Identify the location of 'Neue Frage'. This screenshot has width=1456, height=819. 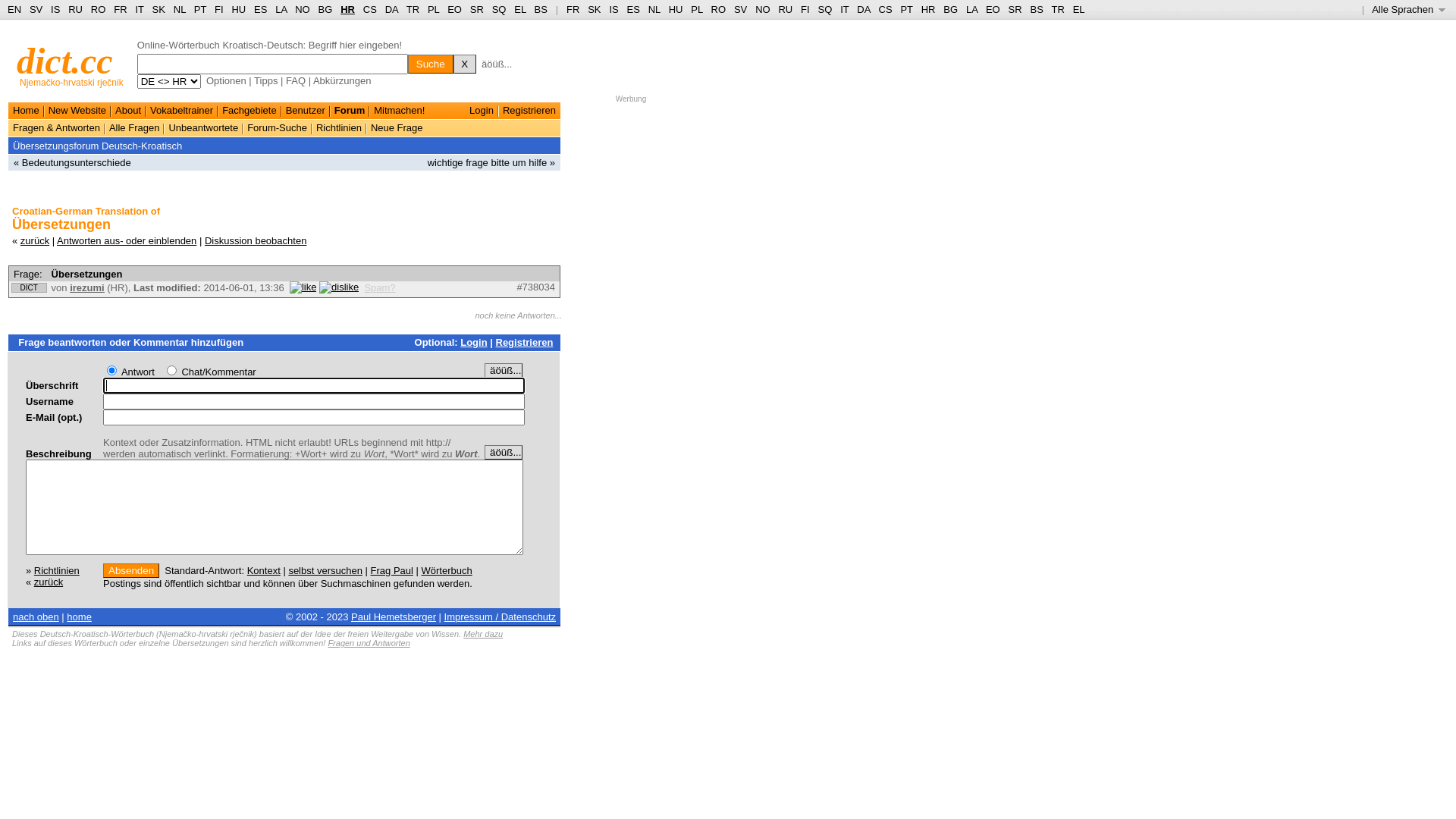
(397, 127).